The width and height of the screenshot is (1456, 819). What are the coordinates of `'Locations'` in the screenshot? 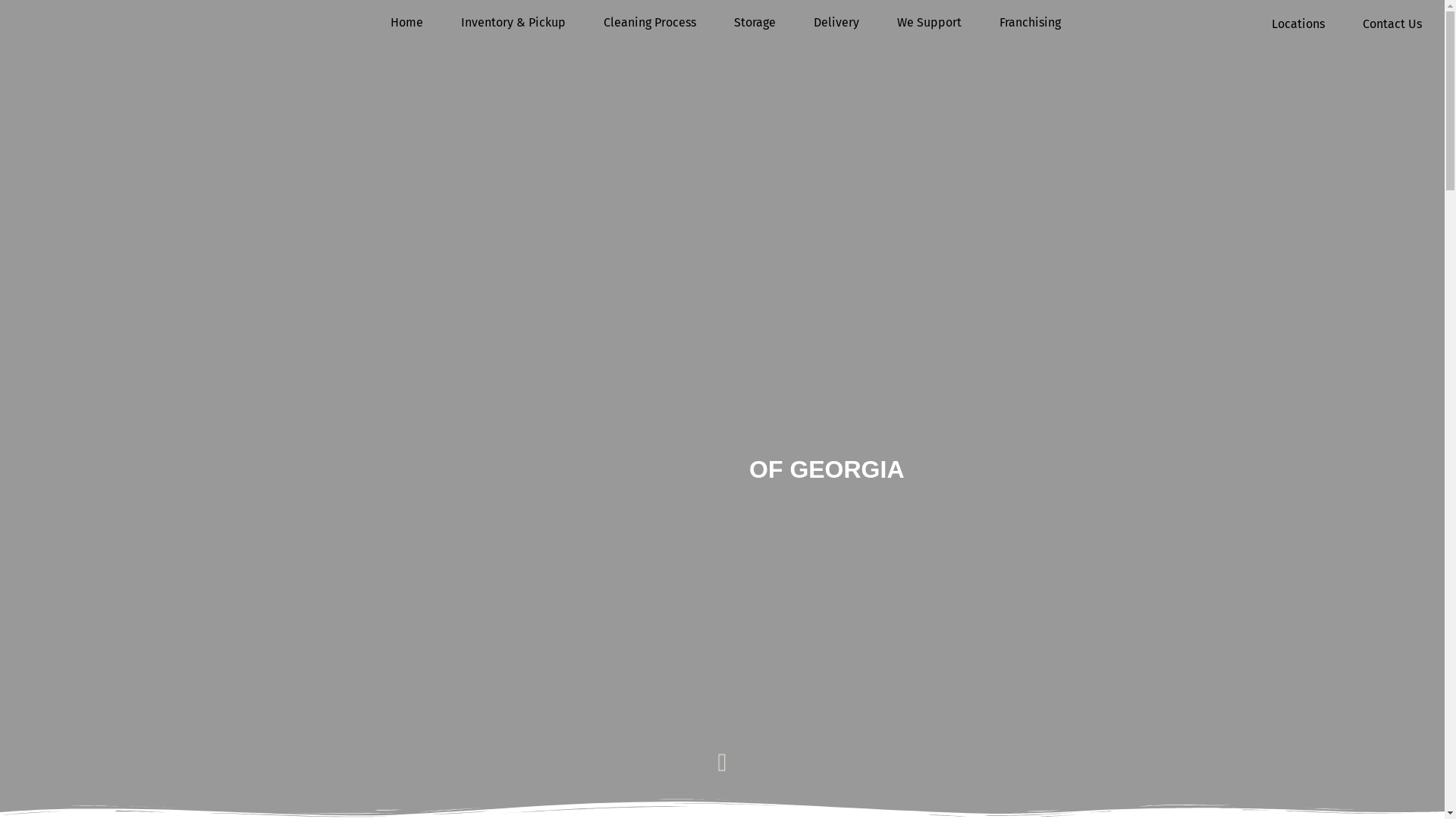 It's located at (1260, 24).